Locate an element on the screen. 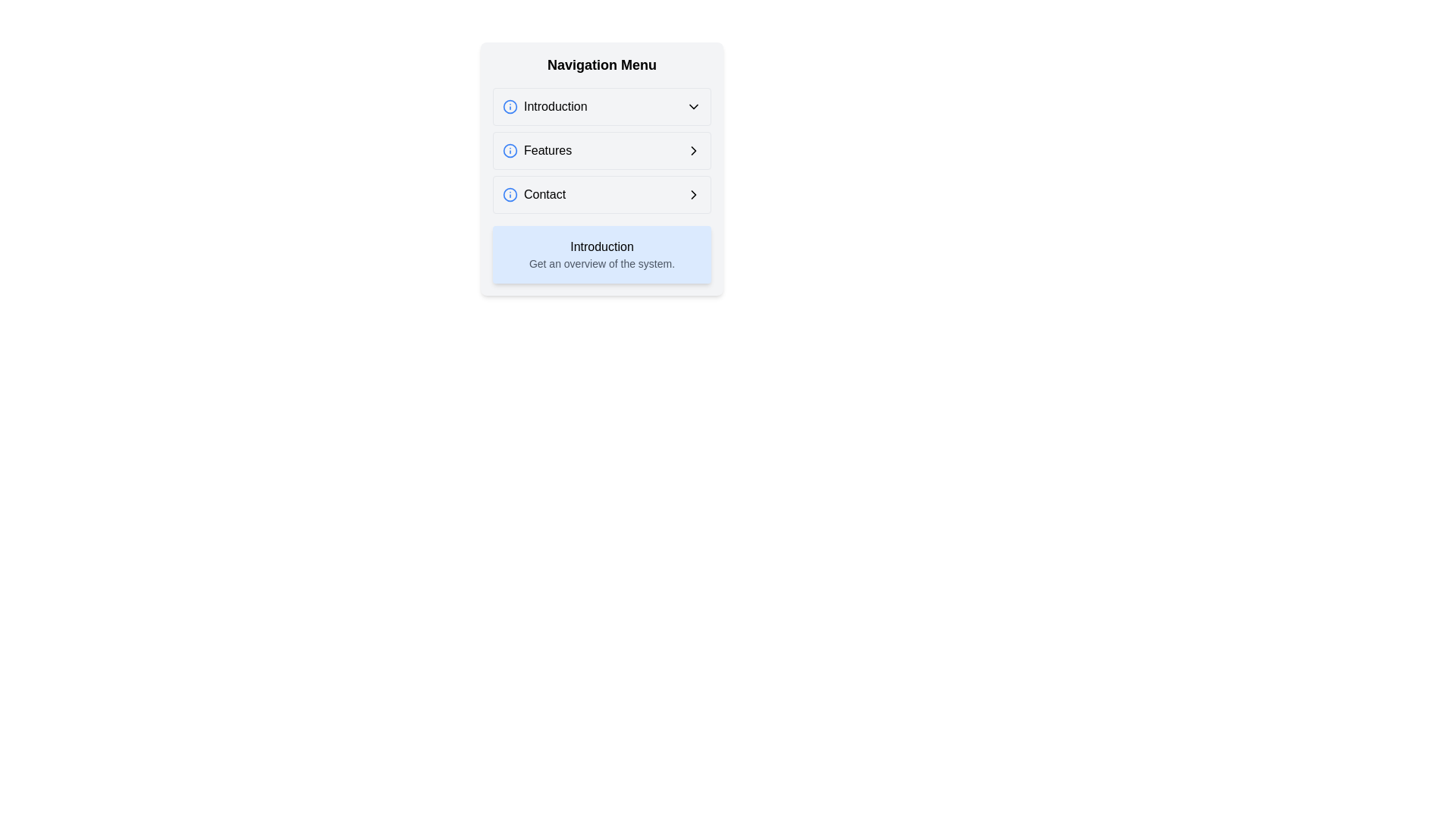 This screenshot has height=819, width=1456. the 'Features' button, which is the second item in the vertical navigation menu is located at coordinates (601, 151).